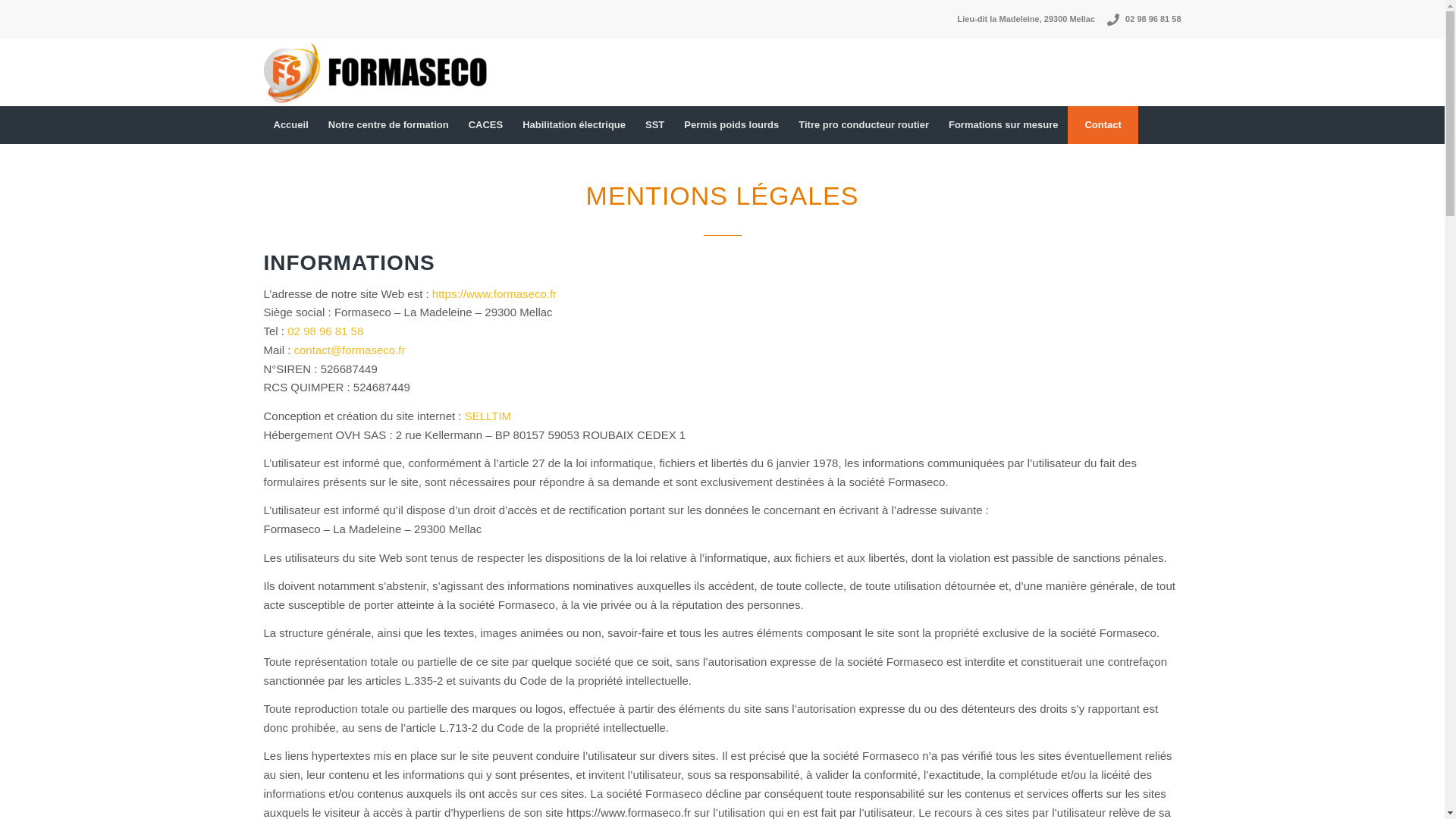 The width and height of the screenshot is (1456, 819). Describe the element at coordinates (731, 124) in the screenshot. I see `'Permis poids lourds'` at that location.